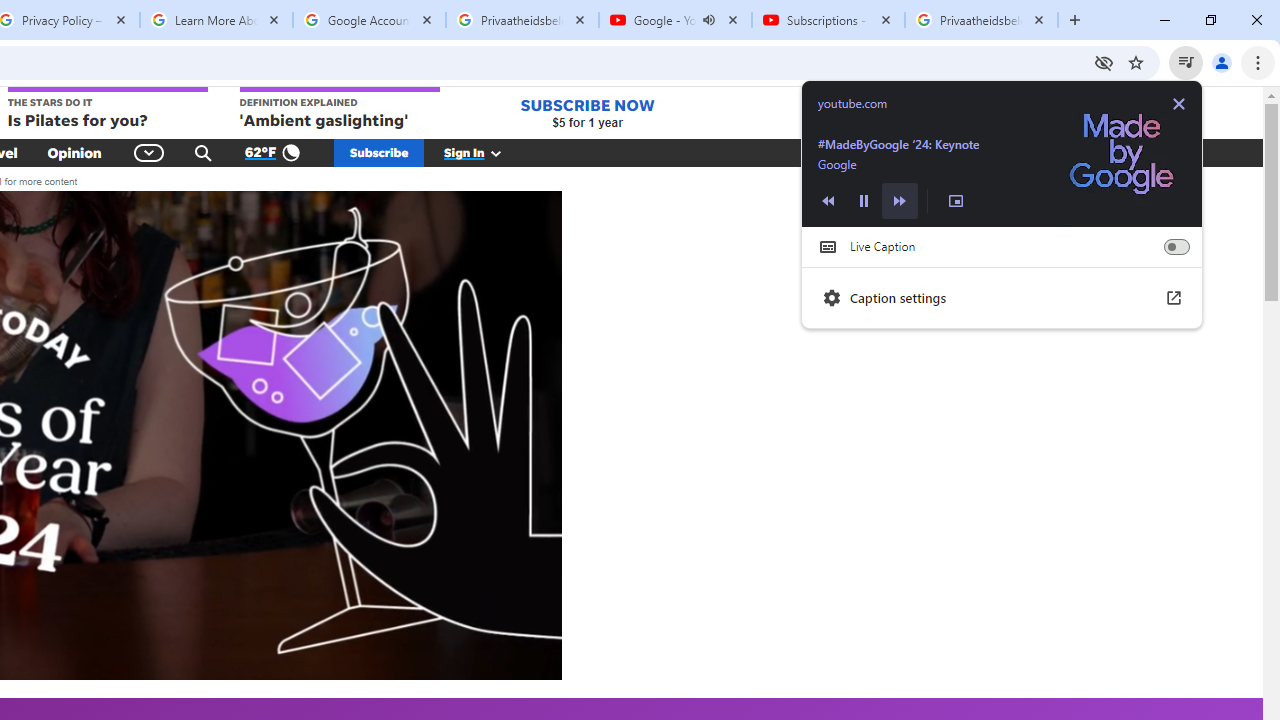  Describe the element at coordinates (105, 109) in the screenshot. I see `'THE STARS DO IT Is Pilates for you?'` at that location.